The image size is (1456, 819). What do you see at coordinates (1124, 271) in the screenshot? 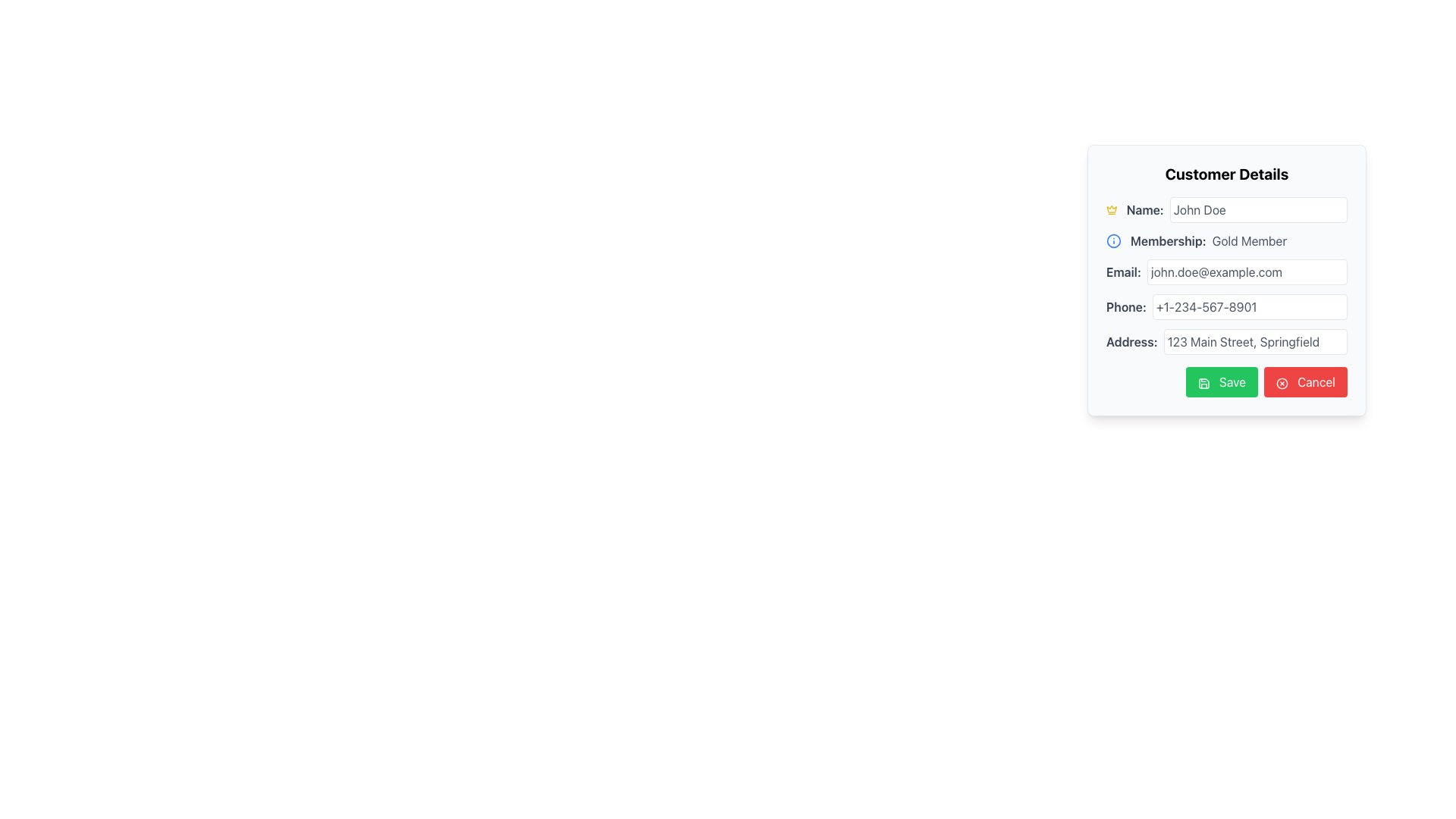
I see `the text label that provides contextual information for the adjacent email input field in the 'Customer Details' section` at bounding box center [1124, 271].